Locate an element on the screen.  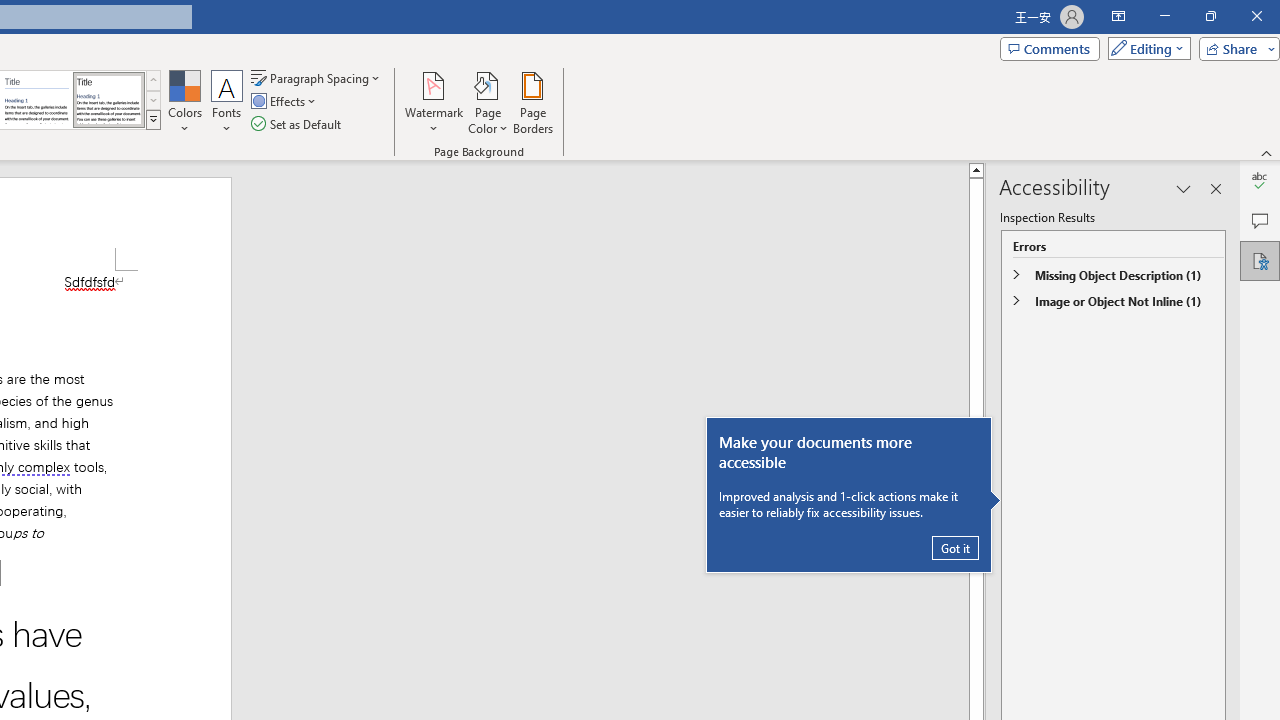
'Row Down' is located at coordinates (152, 100).